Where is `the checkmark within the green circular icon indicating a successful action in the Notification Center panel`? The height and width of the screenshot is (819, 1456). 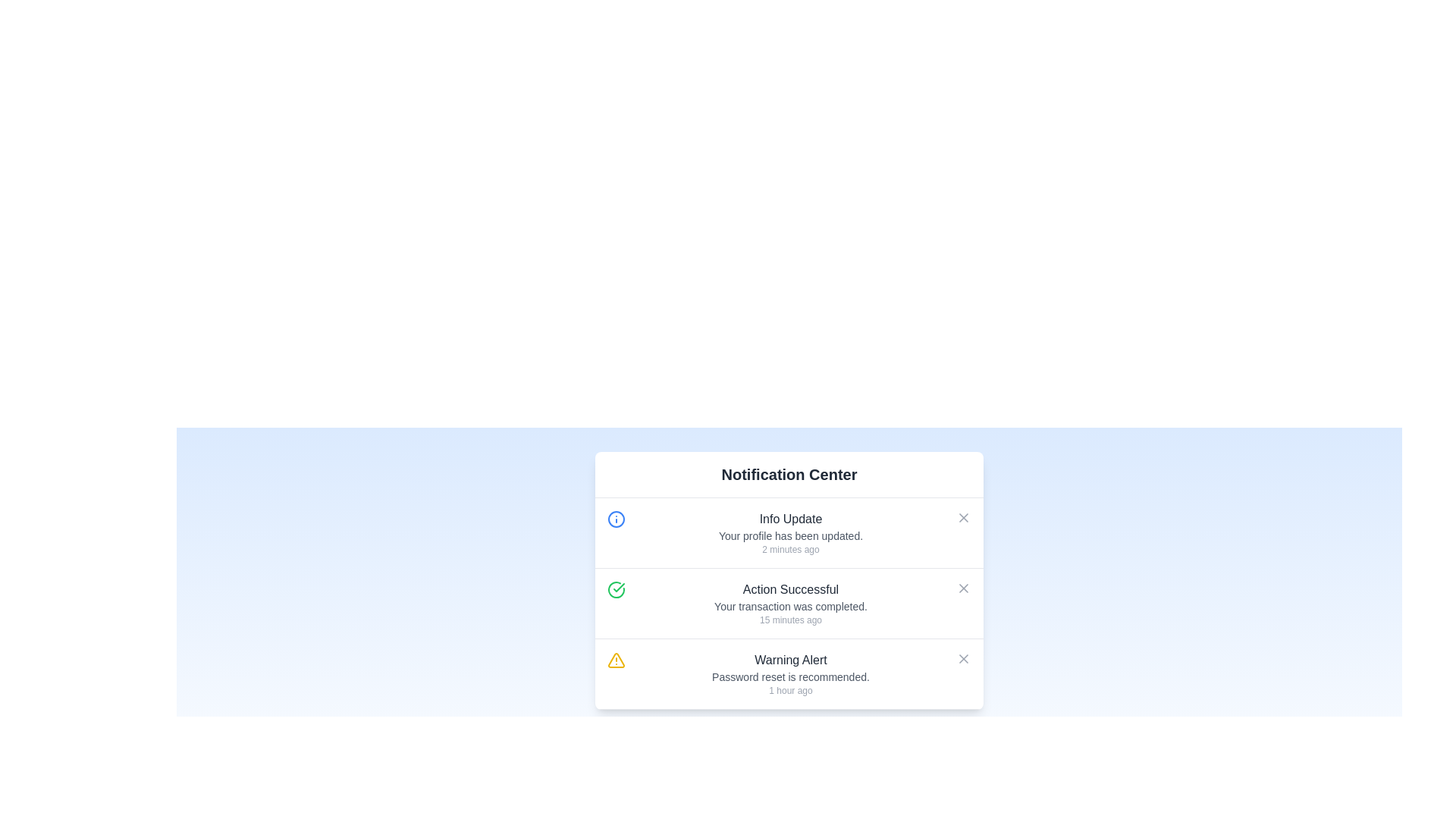
the checkmark within the green circular icon indicating a successful action in the Notification Center panel is located at coordinates (619, 587).